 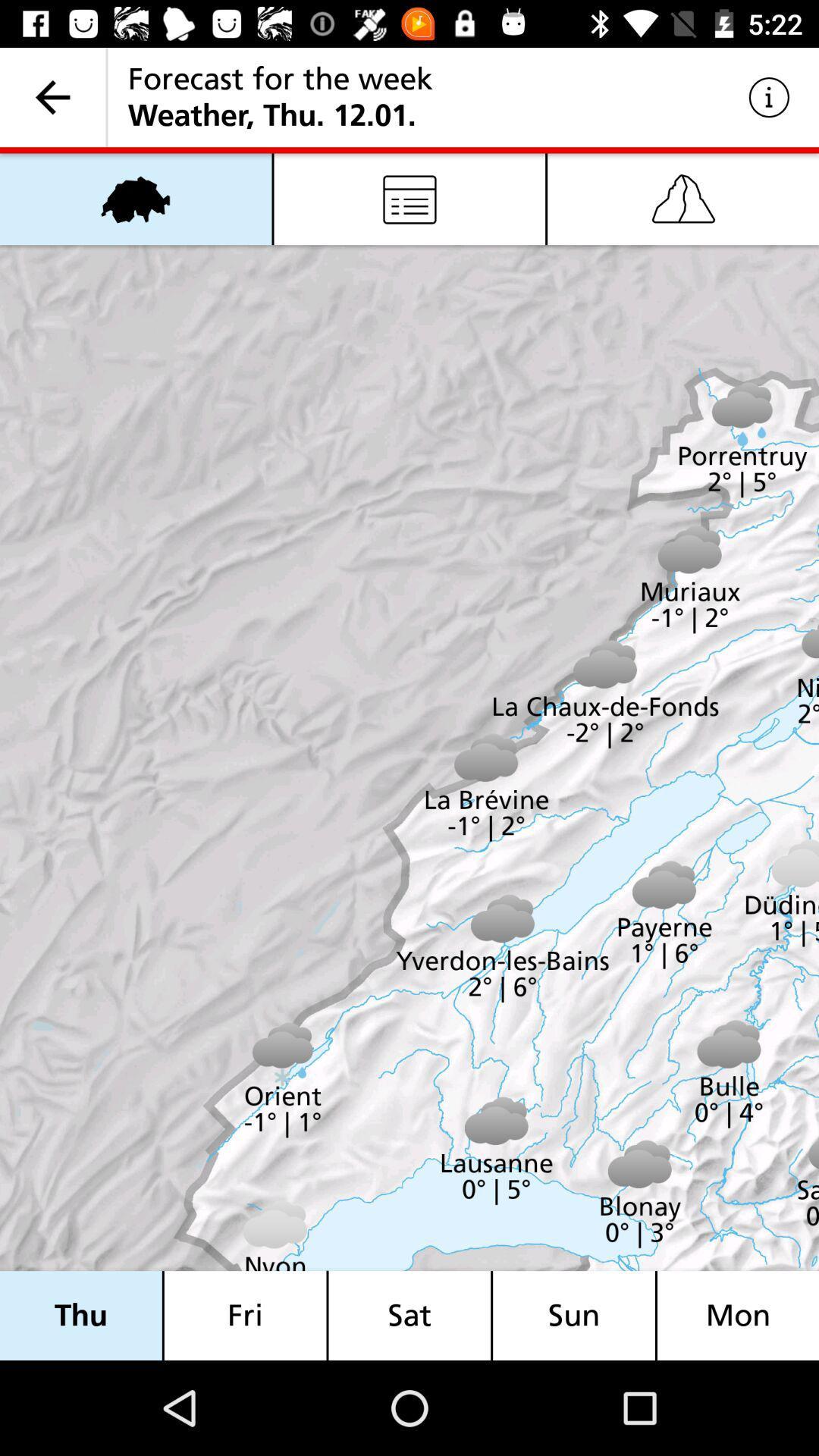 What do you see at coordinates (573, 1314) in the screenshot?
I see `tab name sun` at bounding box center [573, 1314].